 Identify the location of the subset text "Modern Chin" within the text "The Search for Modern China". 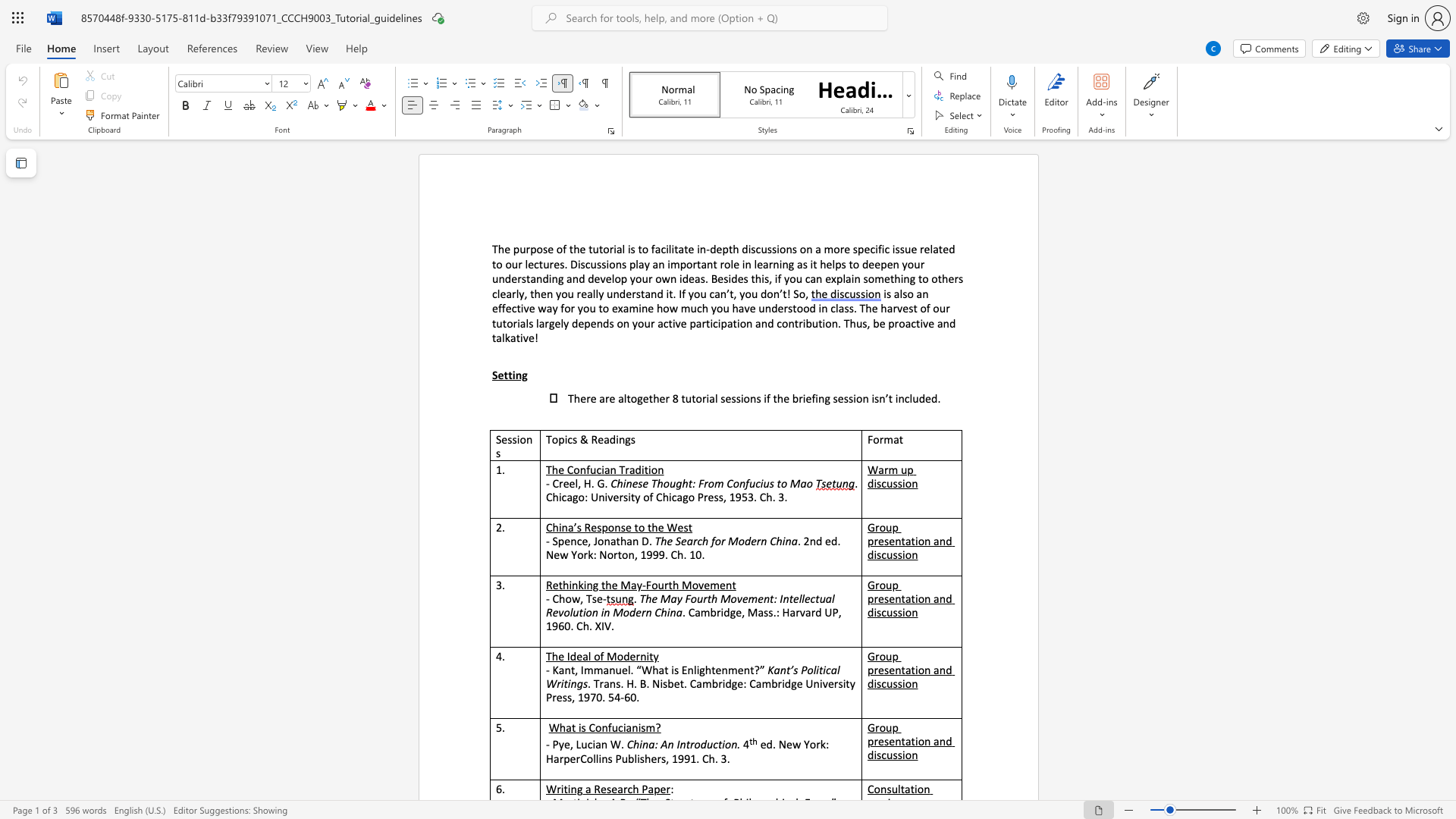
(728, 540).